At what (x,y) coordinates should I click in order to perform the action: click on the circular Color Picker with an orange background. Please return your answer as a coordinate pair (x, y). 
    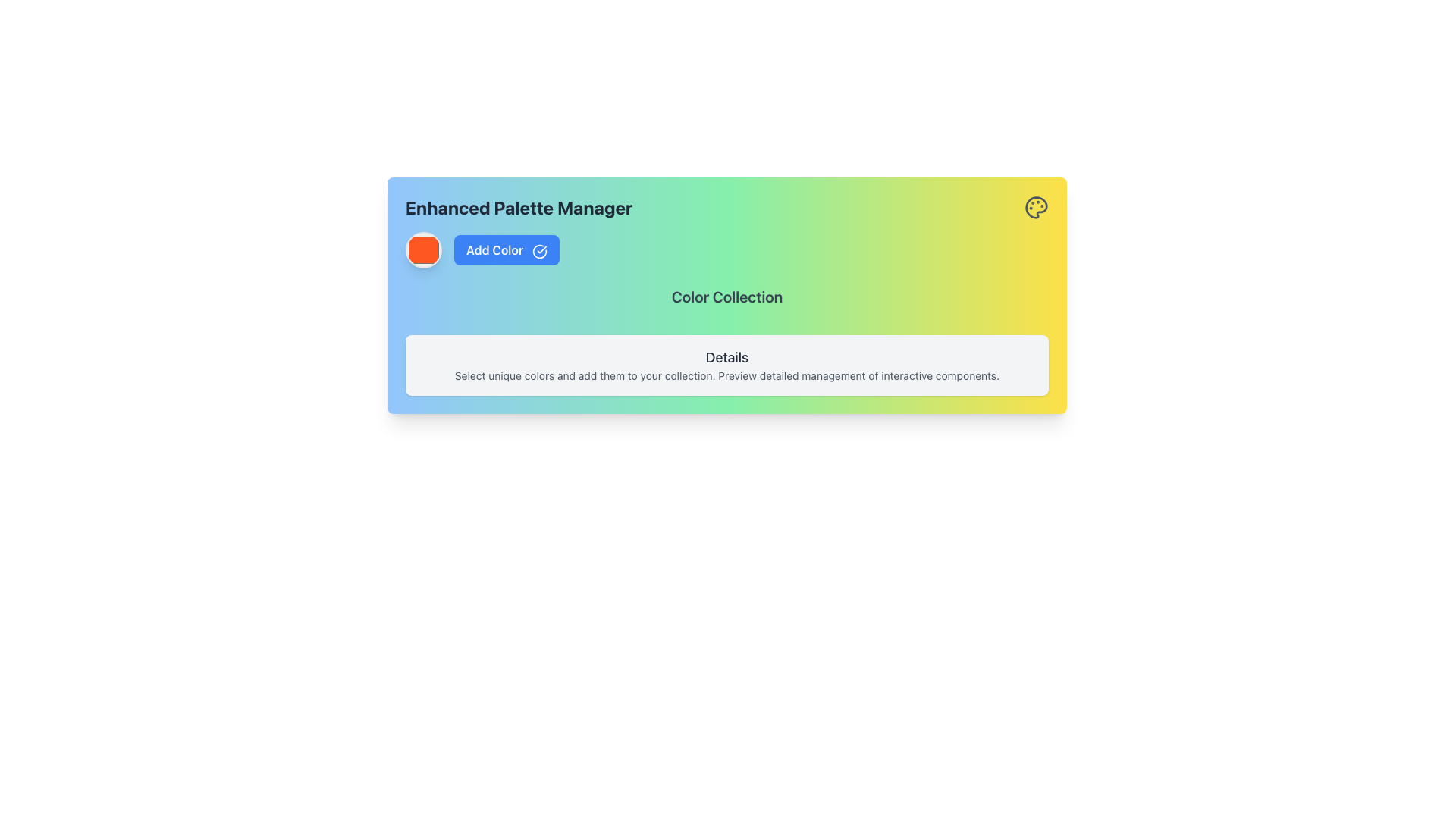
    Looking at the image, I should click on (423, 249).